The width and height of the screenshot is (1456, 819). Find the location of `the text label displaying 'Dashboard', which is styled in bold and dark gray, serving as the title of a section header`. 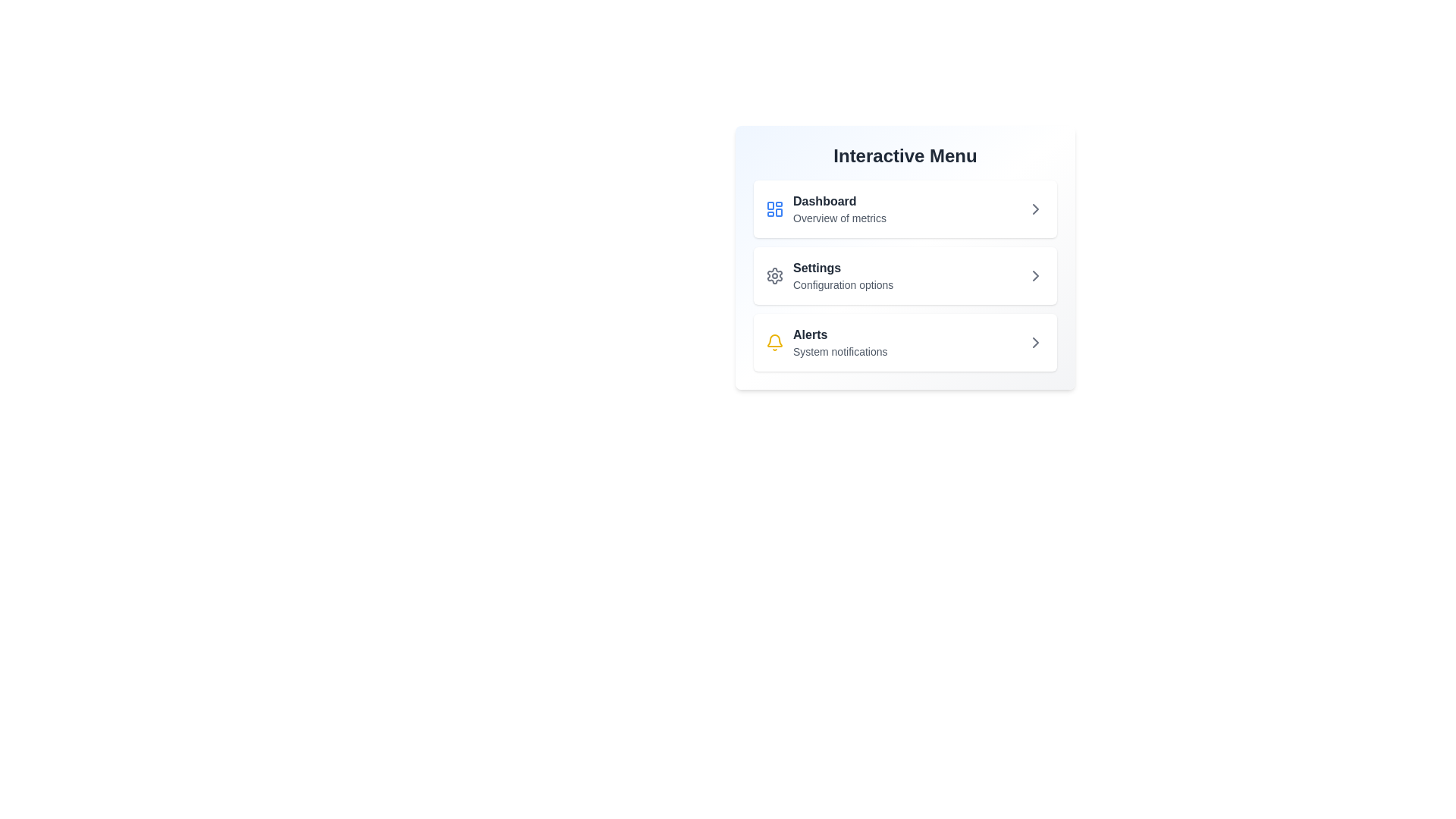

the text label displaying 'Dashboard', which is styled in bold and dark gray, serving as the title of a section header is located at coordinates (839, 201).